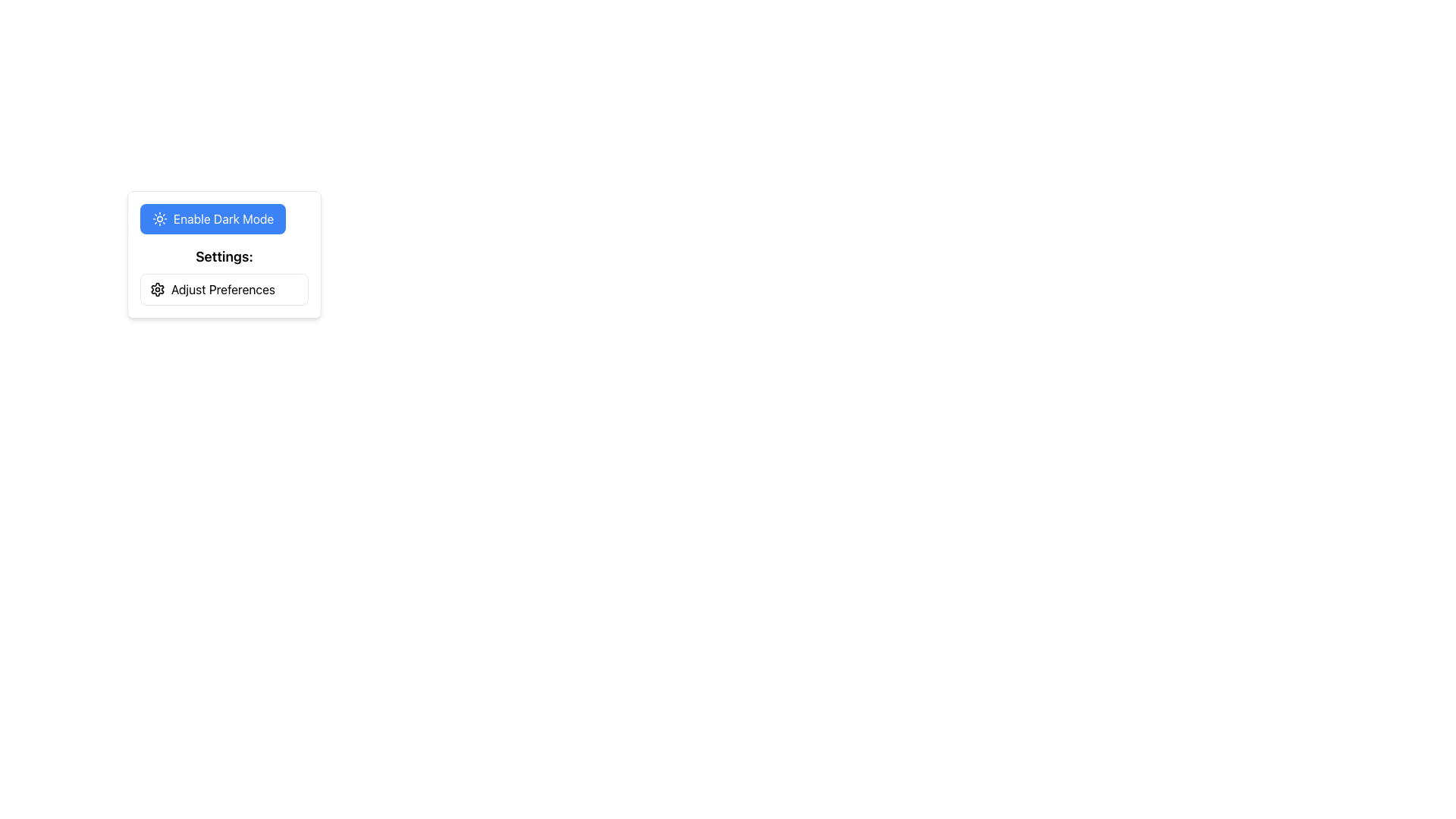 The image size is (1456, 819). Describe the element at coordinates (160, 219) in the screenshot. I see `the brightness icon located to the left of the 'Enable Dark Mode' button, which visually represents the light mode feature` at that location.